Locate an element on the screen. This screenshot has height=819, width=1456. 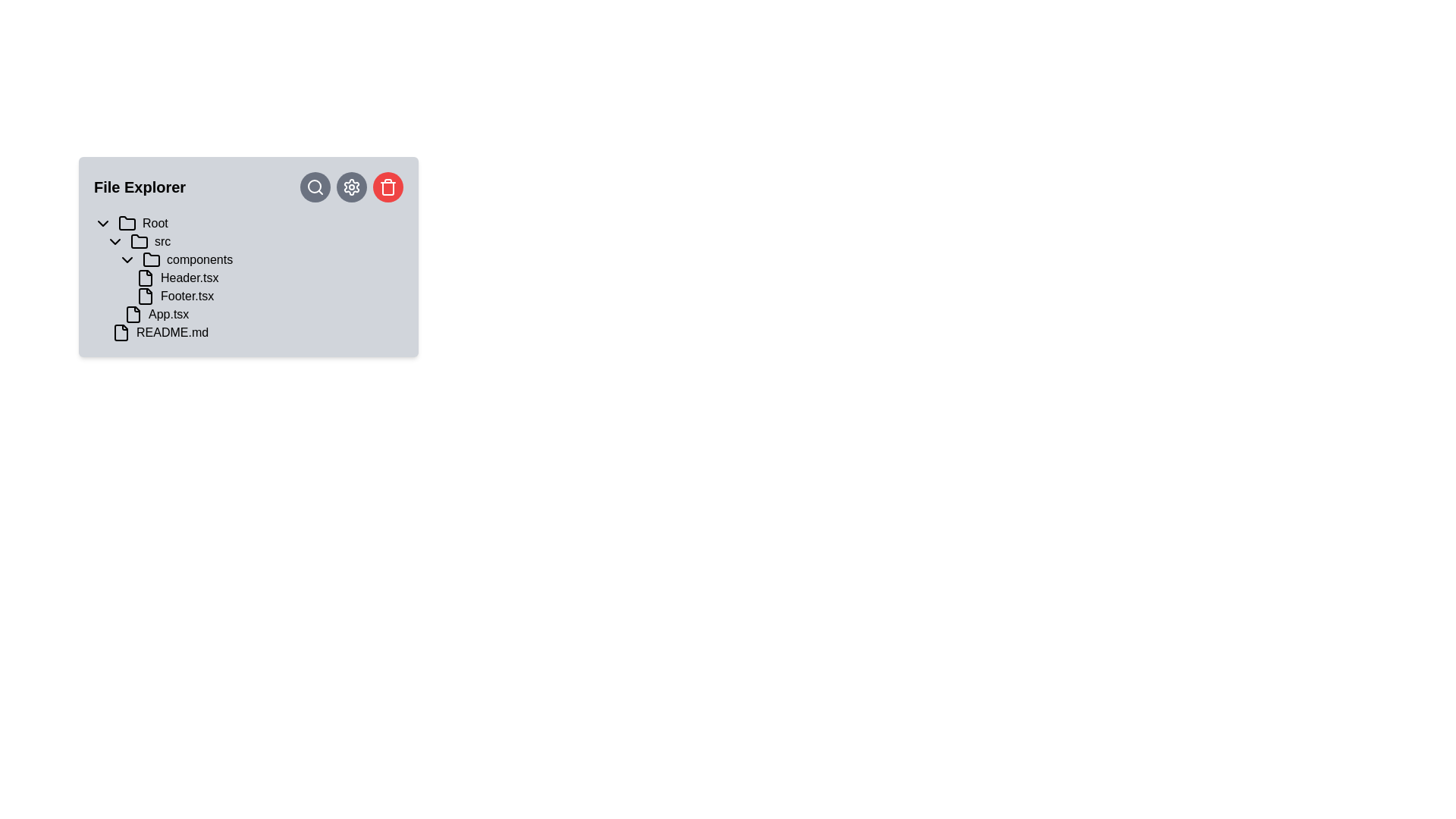
the search button located in the upper-right corner of the 'File Explorer' panel to initiate a search action is located at coordinates (315, 186).